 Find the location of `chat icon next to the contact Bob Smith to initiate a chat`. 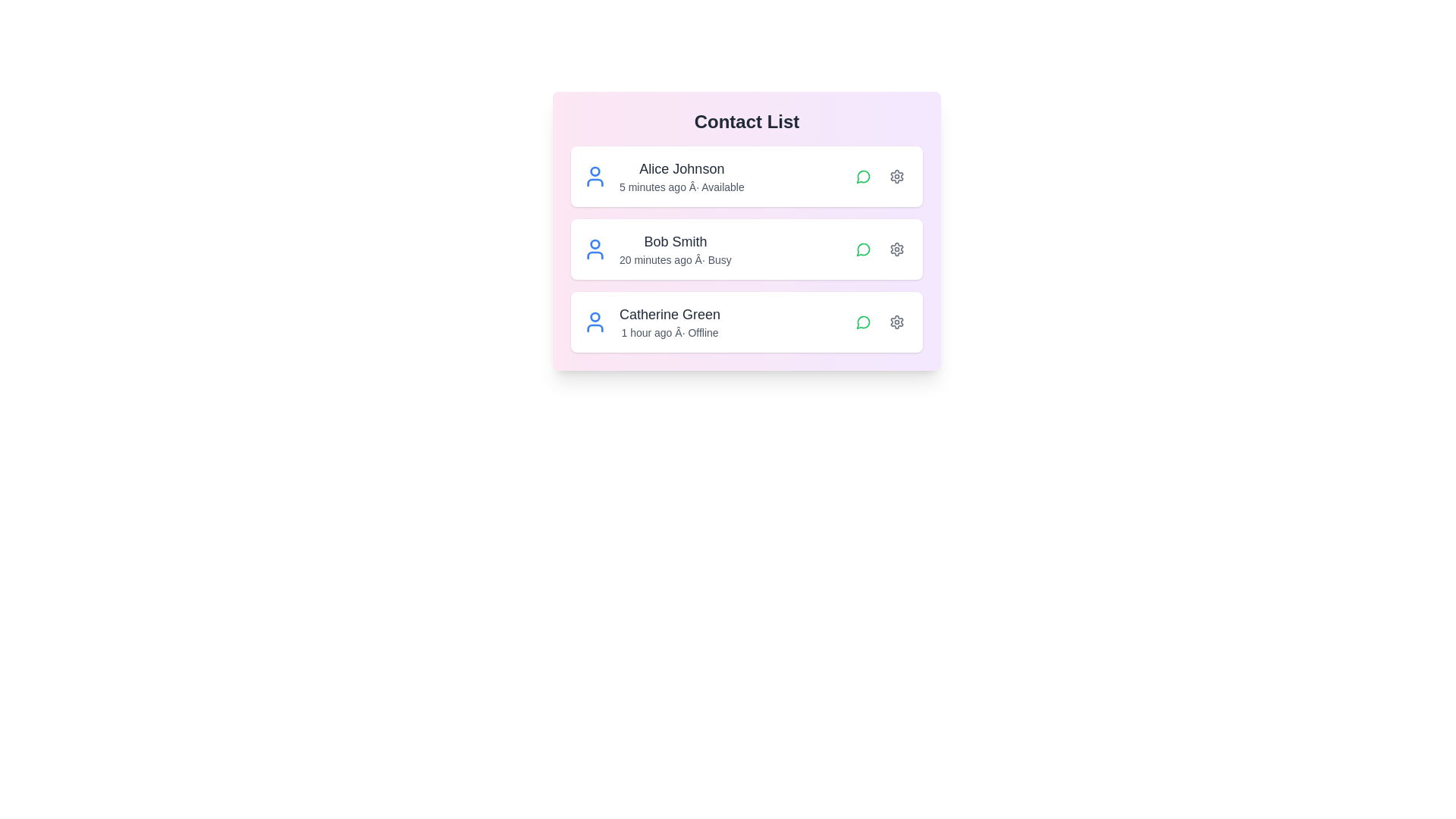

chat icon next to the contact Bob Smith to initiate a chat is located at coordinates (863, 248).